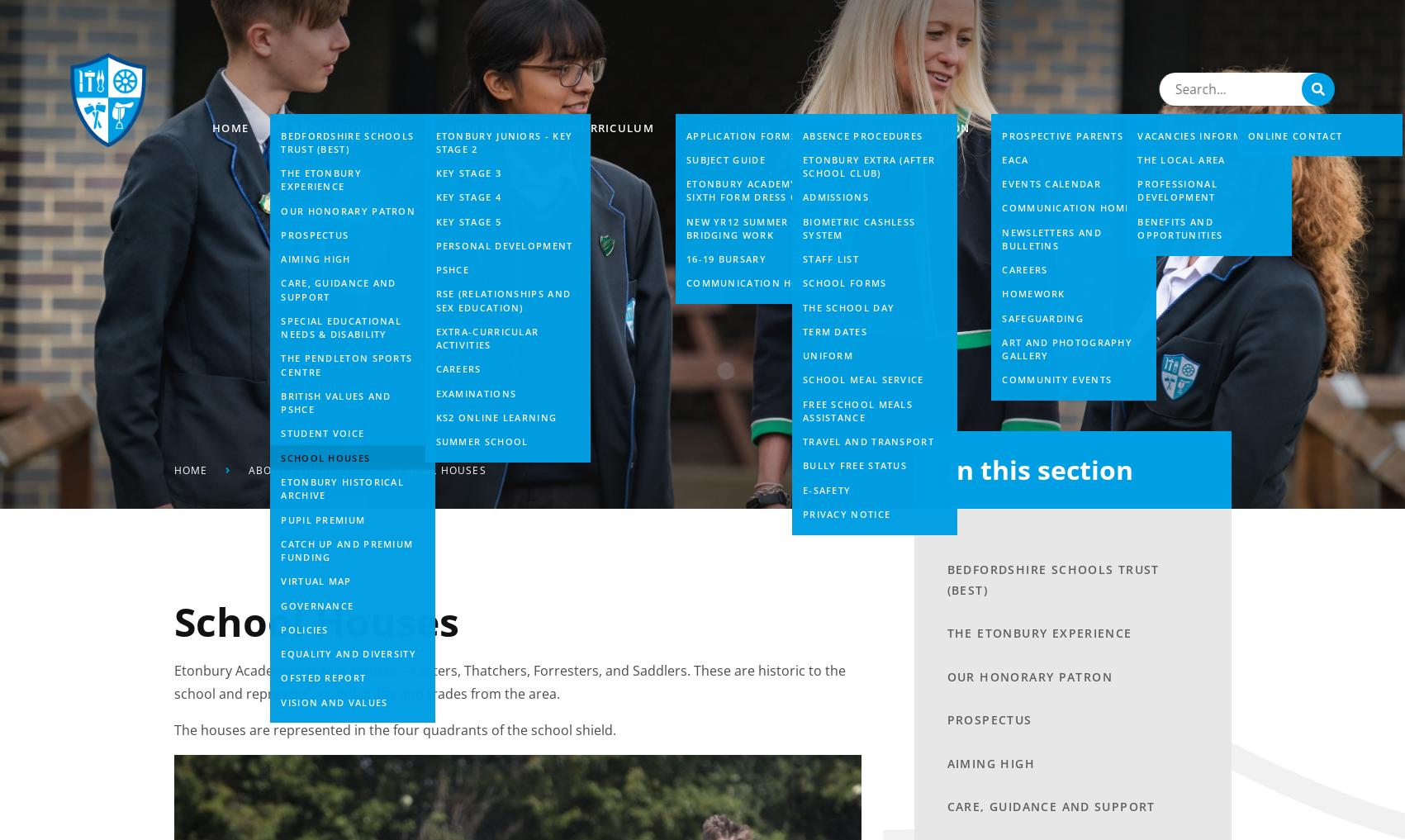 The width and height of the screenshot is (1405, 840). I want to click on 'Broad & inclusive curriculum', so click(548, 126).